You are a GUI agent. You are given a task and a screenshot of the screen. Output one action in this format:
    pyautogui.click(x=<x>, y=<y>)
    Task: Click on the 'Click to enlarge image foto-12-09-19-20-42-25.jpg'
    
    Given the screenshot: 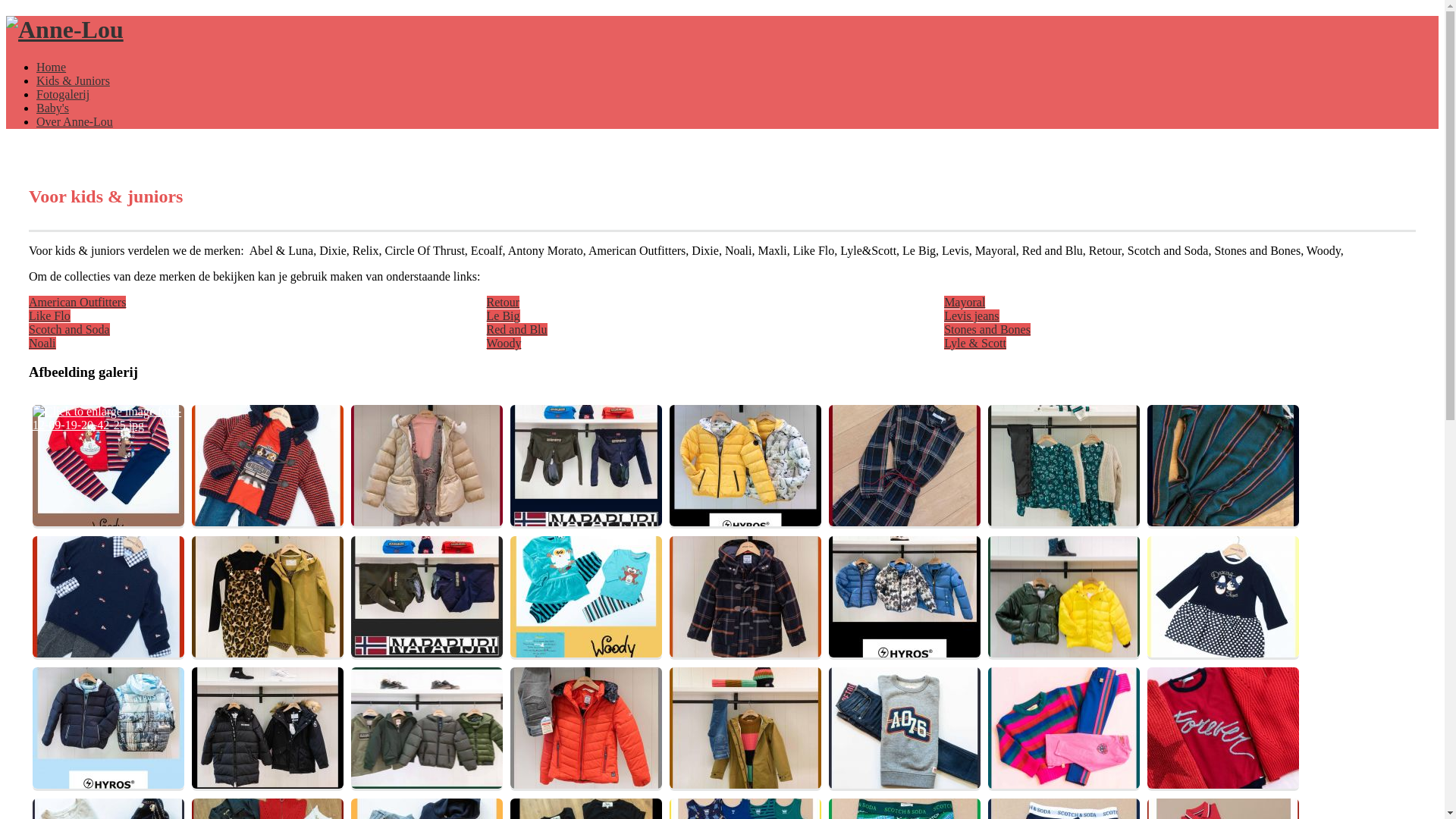 What is the action you would take?
    pyautogui.click(x=108, y=464)
    